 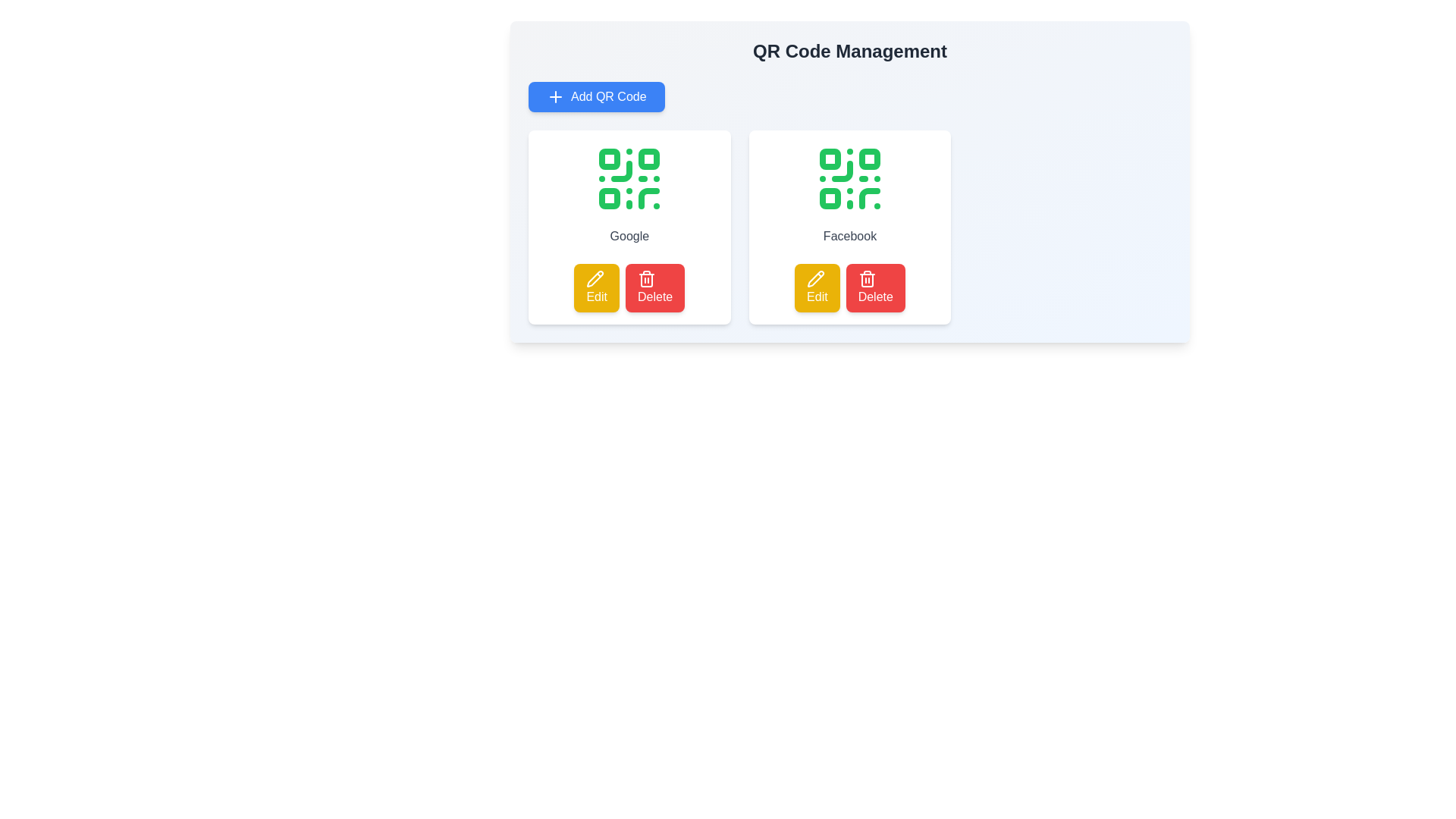 What do you see at coordinates (595, 278) in the screenshot?
I see `the pencil icon within the yellow 'Edit' button located beneath the first QR code card labeled 'Google'` at bounding box center [595, 278].